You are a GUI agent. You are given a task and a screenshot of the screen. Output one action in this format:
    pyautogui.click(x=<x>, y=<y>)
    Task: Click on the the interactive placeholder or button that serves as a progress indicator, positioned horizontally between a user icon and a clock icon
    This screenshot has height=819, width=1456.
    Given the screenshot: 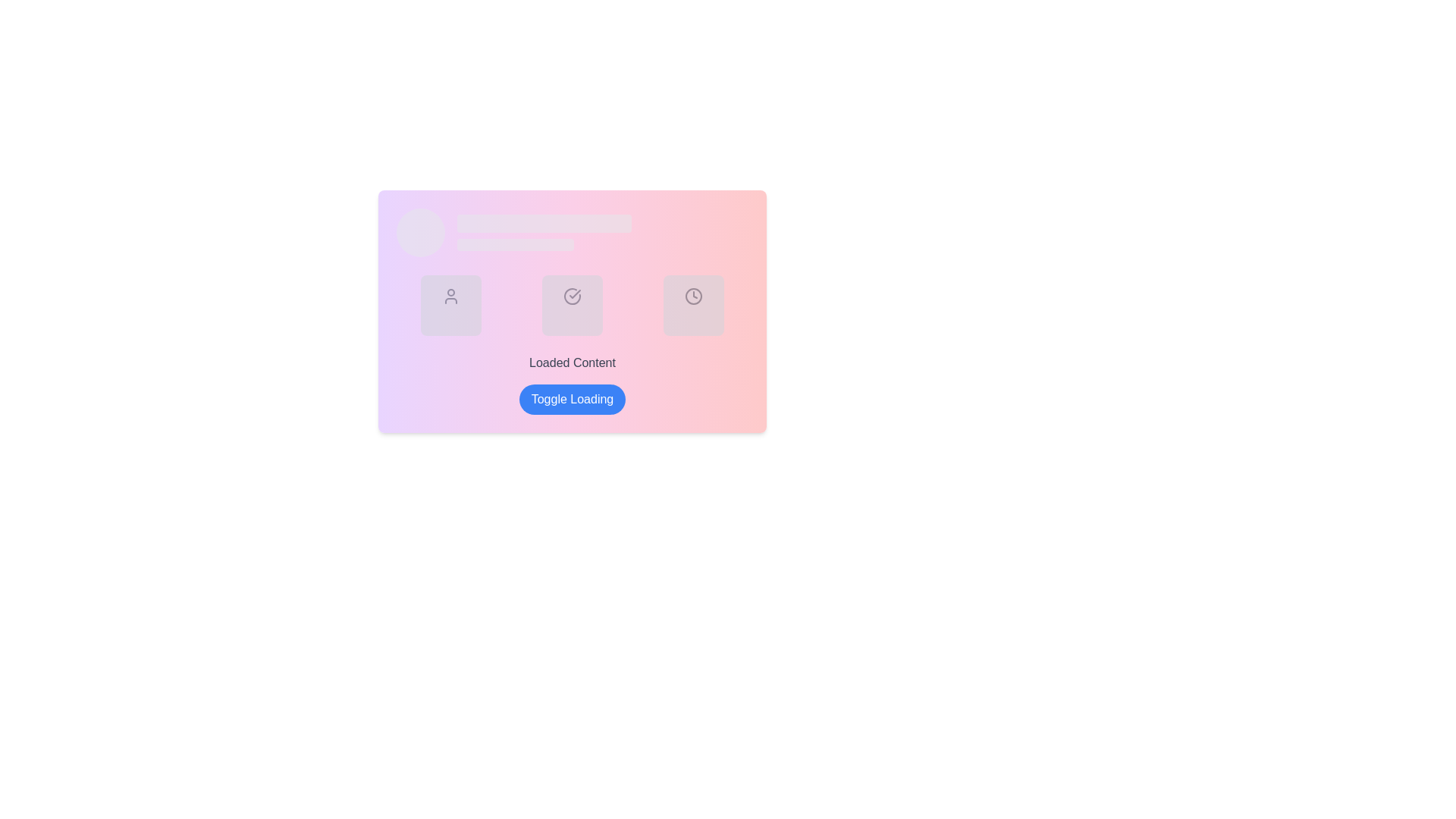 What is the action you would take?
    pyautogui.click(x=571, y=305)
    